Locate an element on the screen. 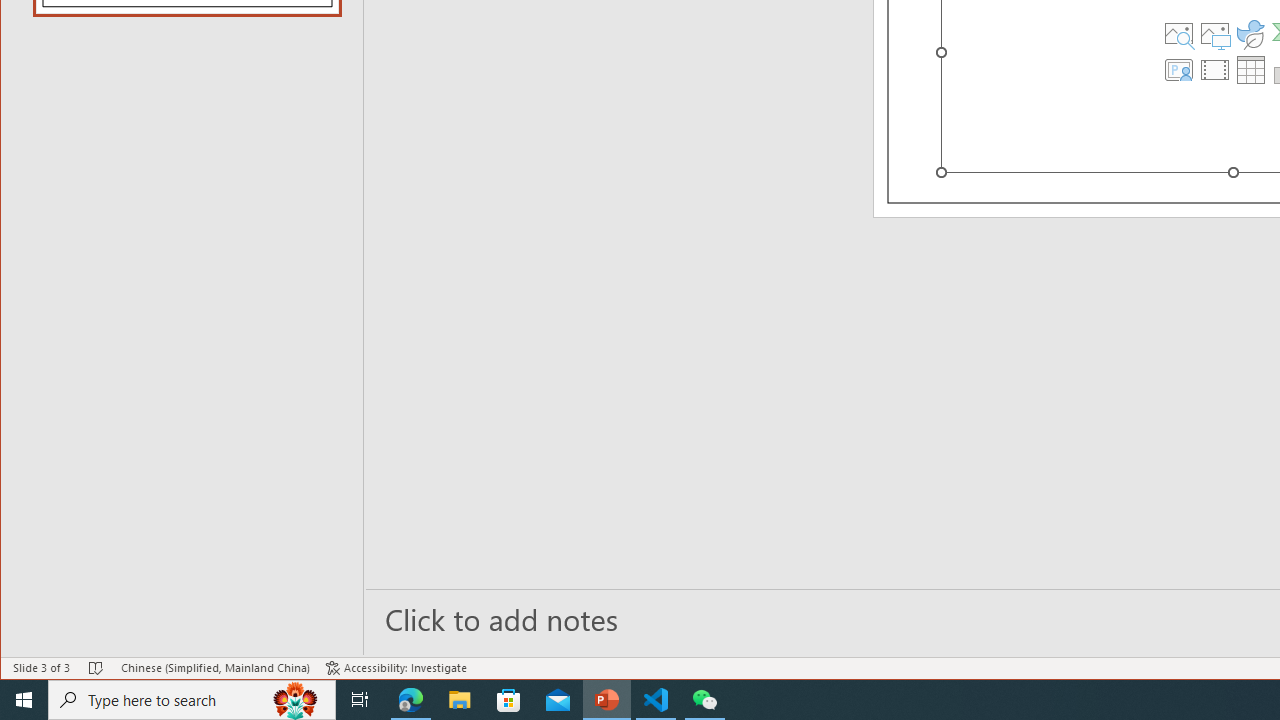  'Stock Images' is located at coordinates (1179, 33).